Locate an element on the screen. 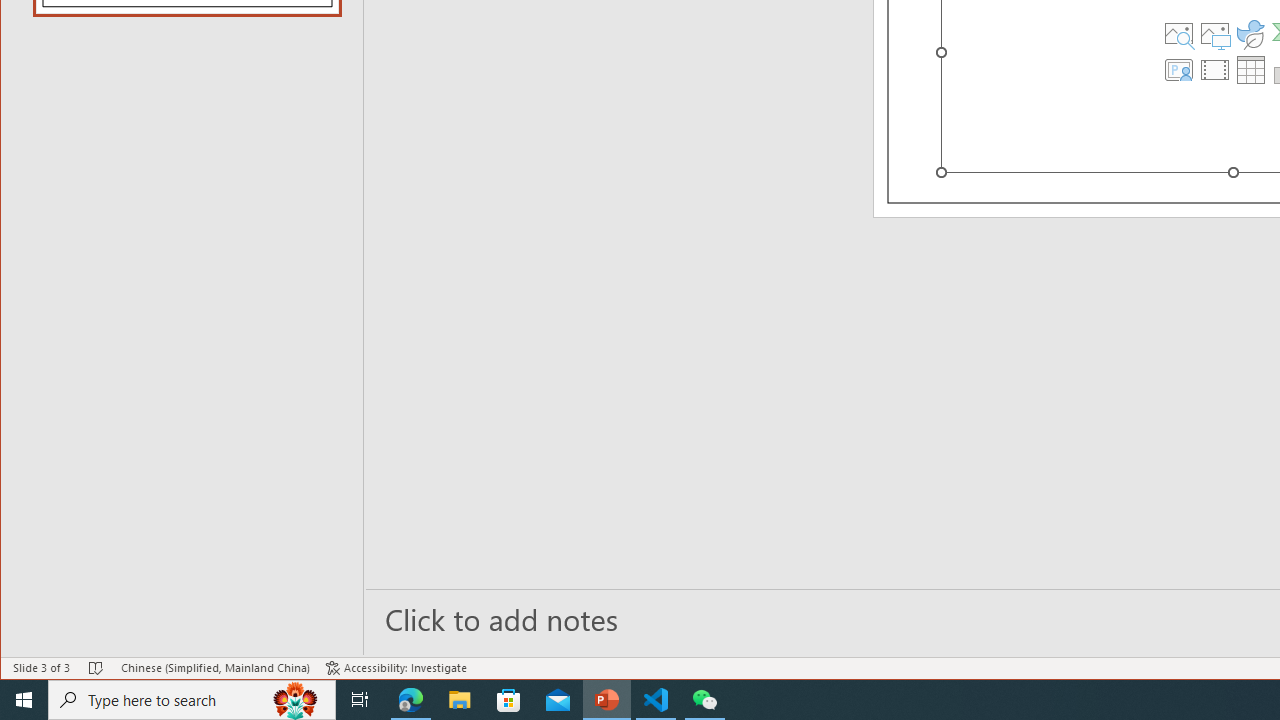  'Stock Images' is located at coordinates (1179, 33).